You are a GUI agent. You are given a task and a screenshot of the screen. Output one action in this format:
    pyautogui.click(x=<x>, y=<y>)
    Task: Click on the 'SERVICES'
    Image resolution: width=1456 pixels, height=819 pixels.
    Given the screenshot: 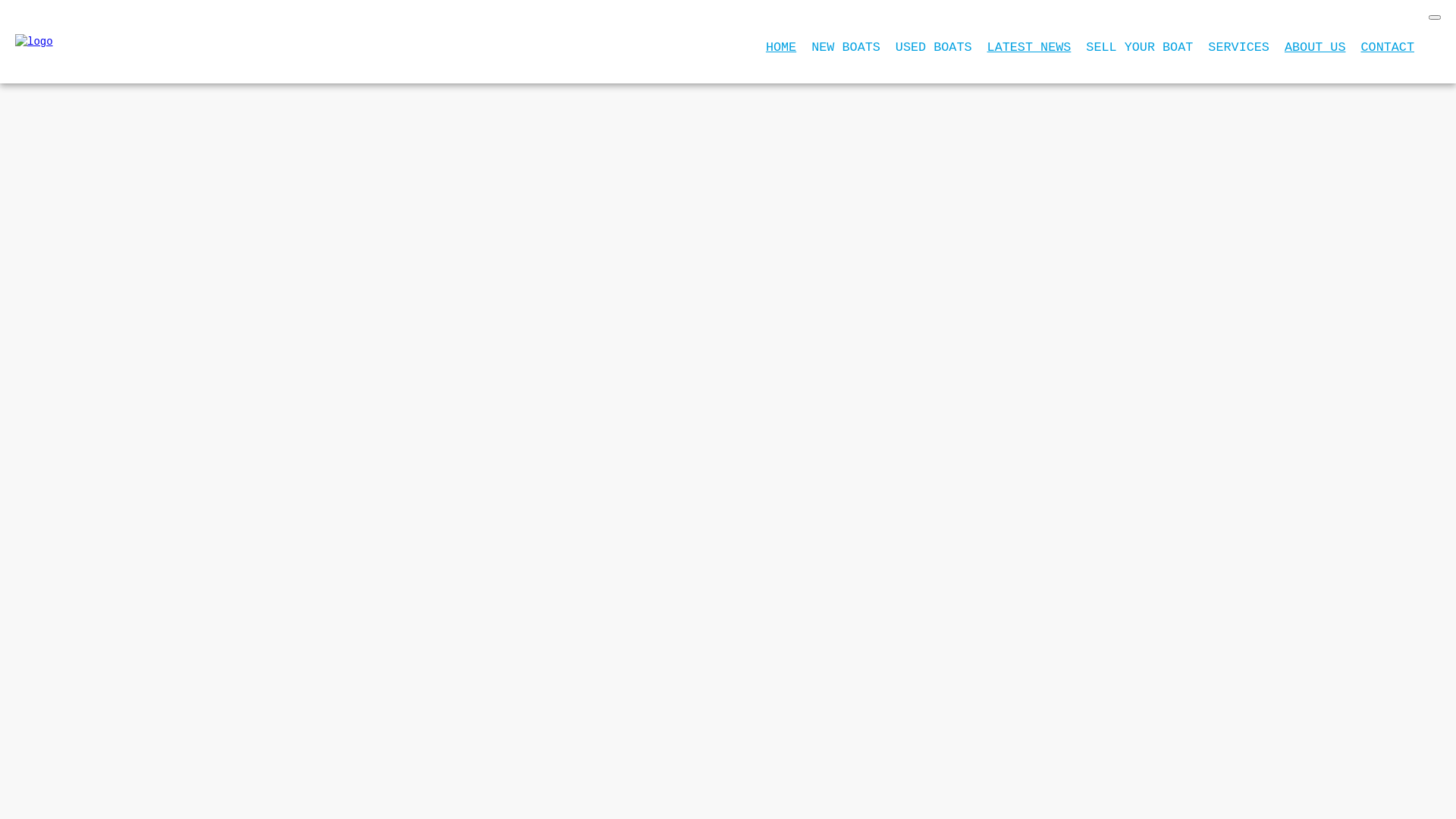 What is the action you would take?
    pyautogui.click(x=1238, y=46)
    